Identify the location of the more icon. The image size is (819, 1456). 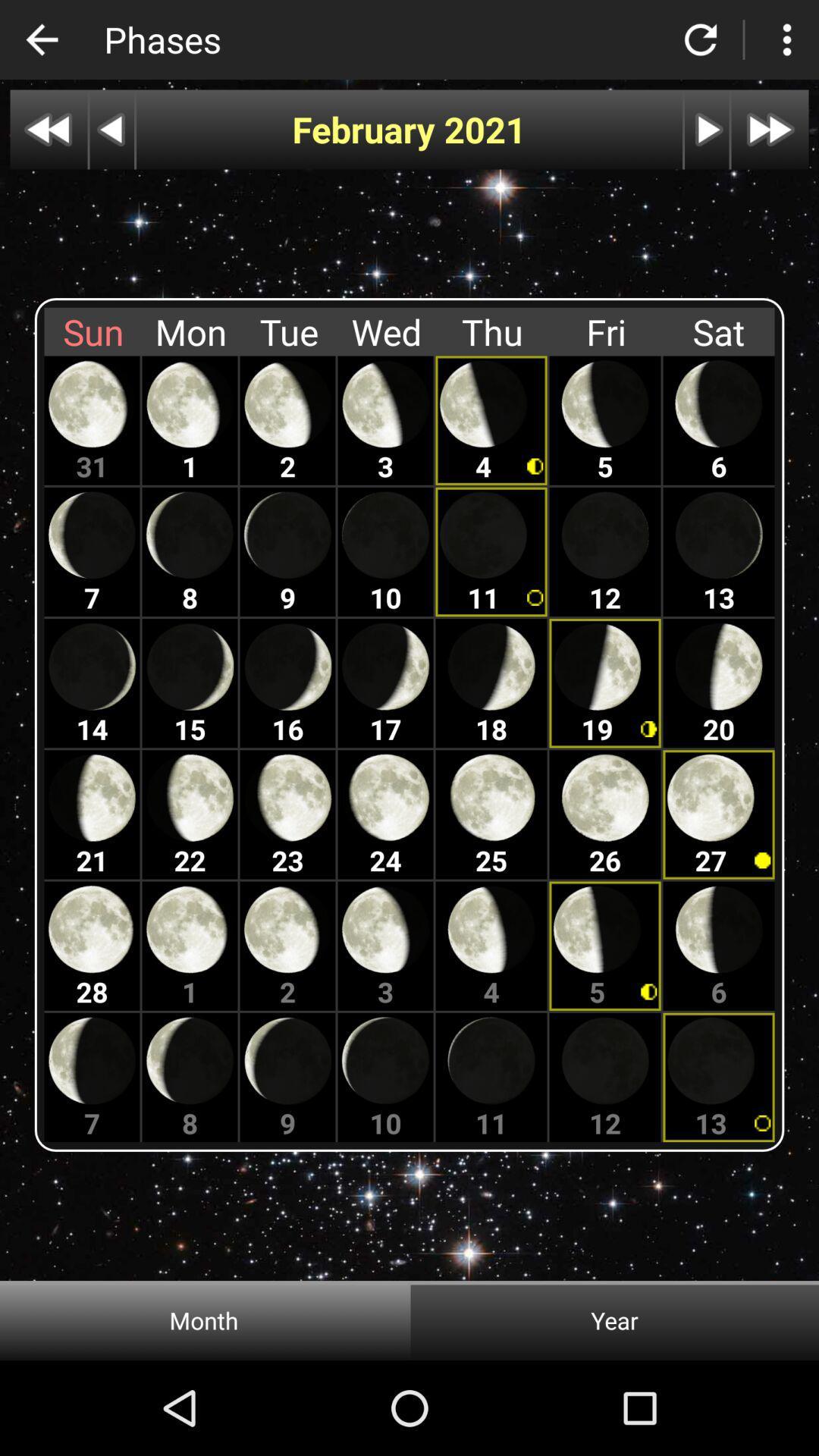
(786, 39).